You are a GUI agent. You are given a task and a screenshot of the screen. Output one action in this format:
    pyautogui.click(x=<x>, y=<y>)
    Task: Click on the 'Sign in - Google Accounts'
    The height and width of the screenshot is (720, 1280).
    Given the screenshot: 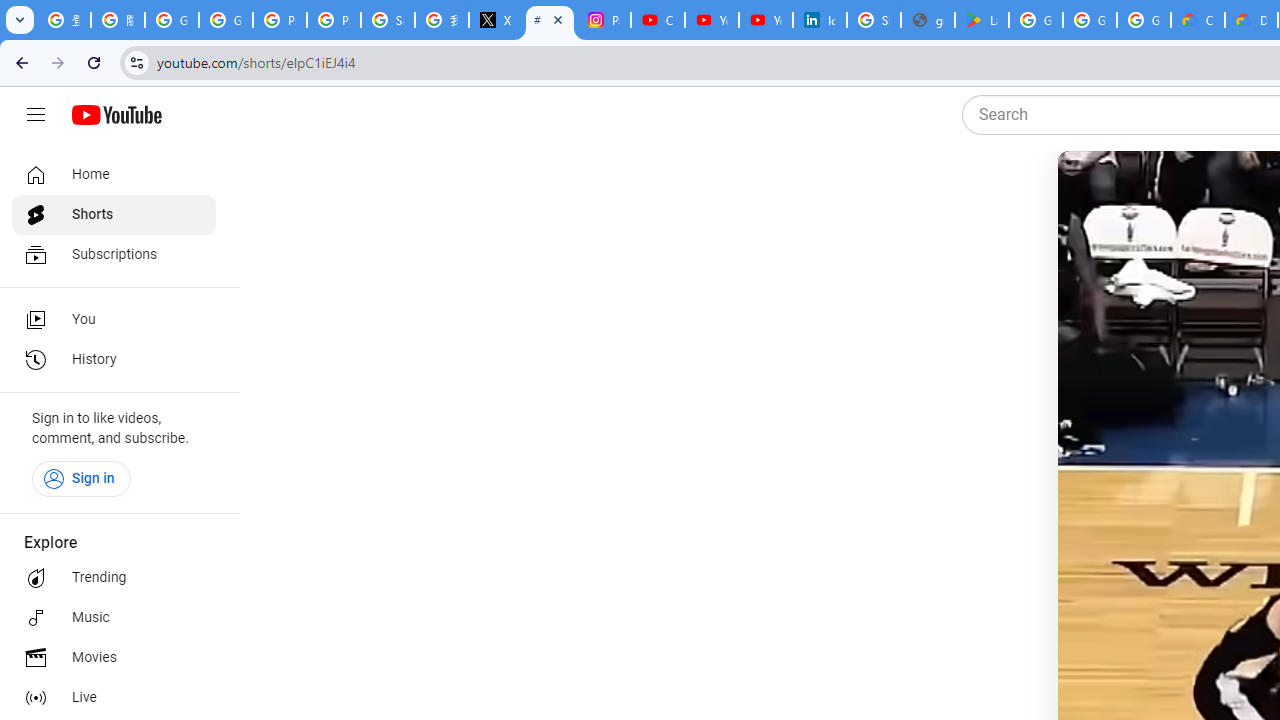 What is the action you would take?
    pyautogui.click(x=874, y=20)
    